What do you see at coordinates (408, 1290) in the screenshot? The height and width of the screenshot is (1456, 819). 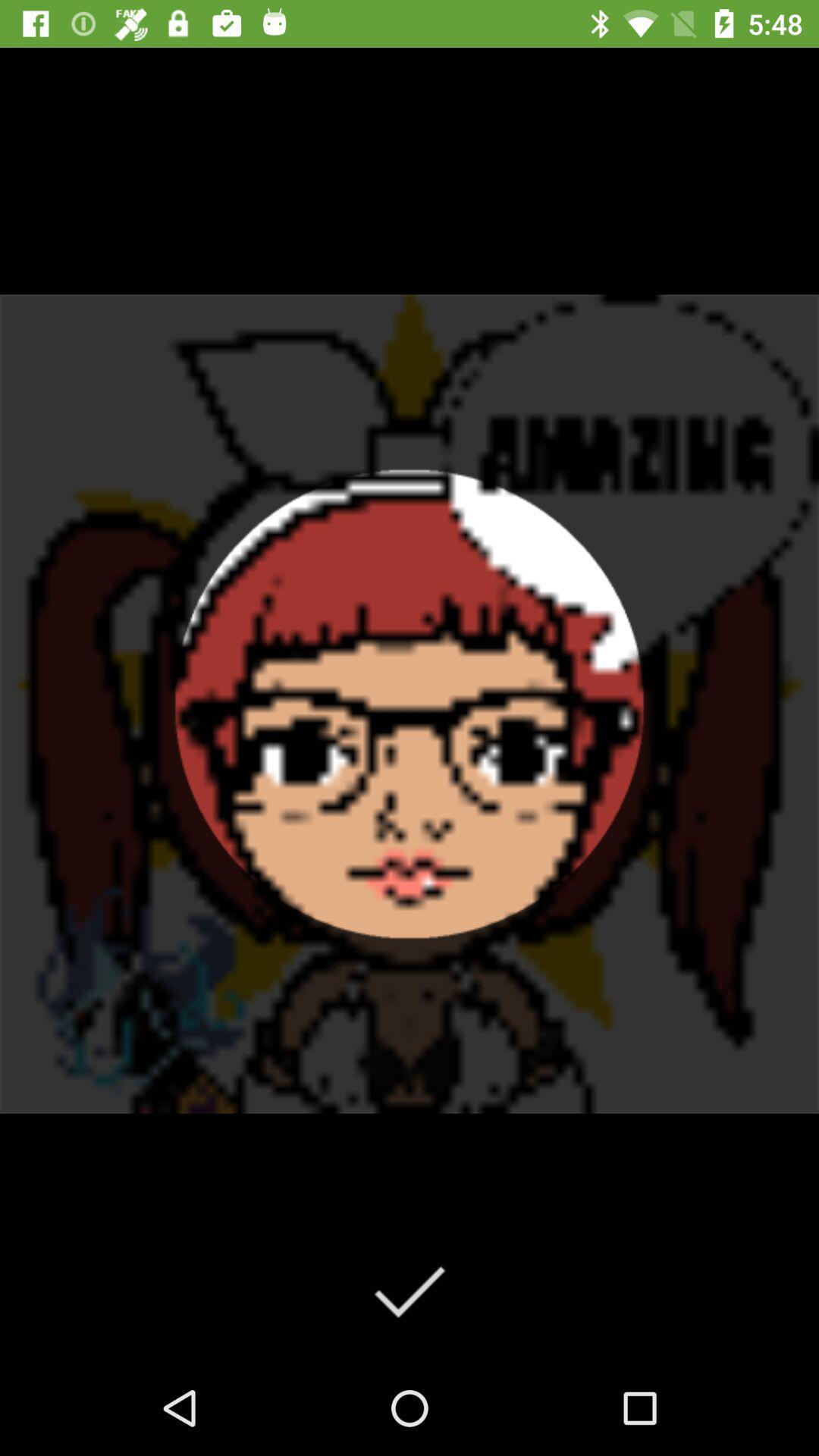 I see `done simpal` at bounding box center [408, 1290].